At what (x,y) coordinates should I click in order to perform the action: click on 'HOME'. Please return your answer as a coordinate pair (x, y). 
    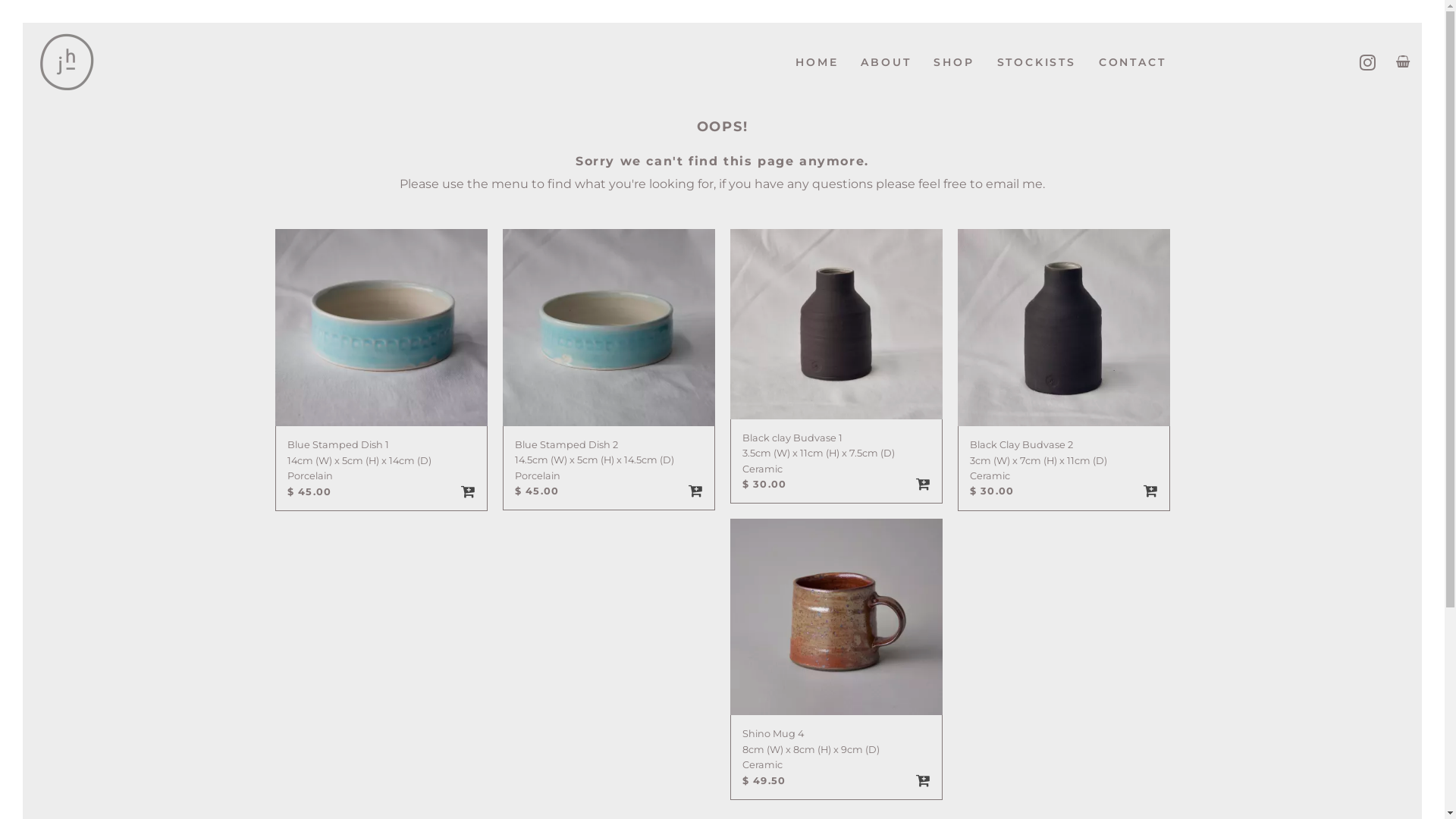
    Looking at the image, I should click on (815, 61).